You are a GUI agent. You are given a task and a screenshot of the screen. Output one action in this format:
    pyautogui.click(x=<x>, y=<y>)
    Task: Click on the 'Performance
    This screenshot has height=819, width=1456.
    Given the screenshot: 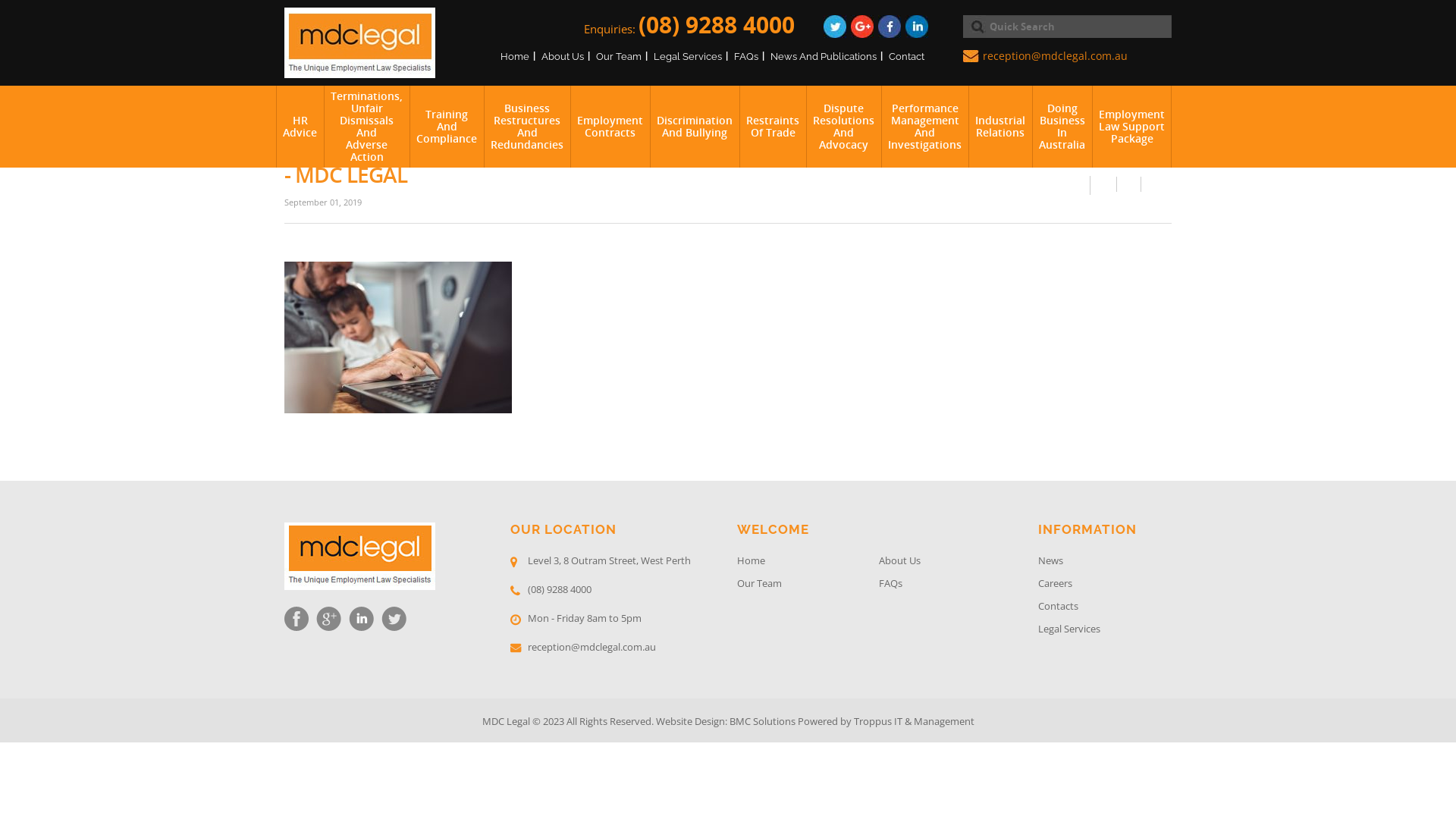 What is the action you would take?
    pyautogui.click(x=924, y=125)
    